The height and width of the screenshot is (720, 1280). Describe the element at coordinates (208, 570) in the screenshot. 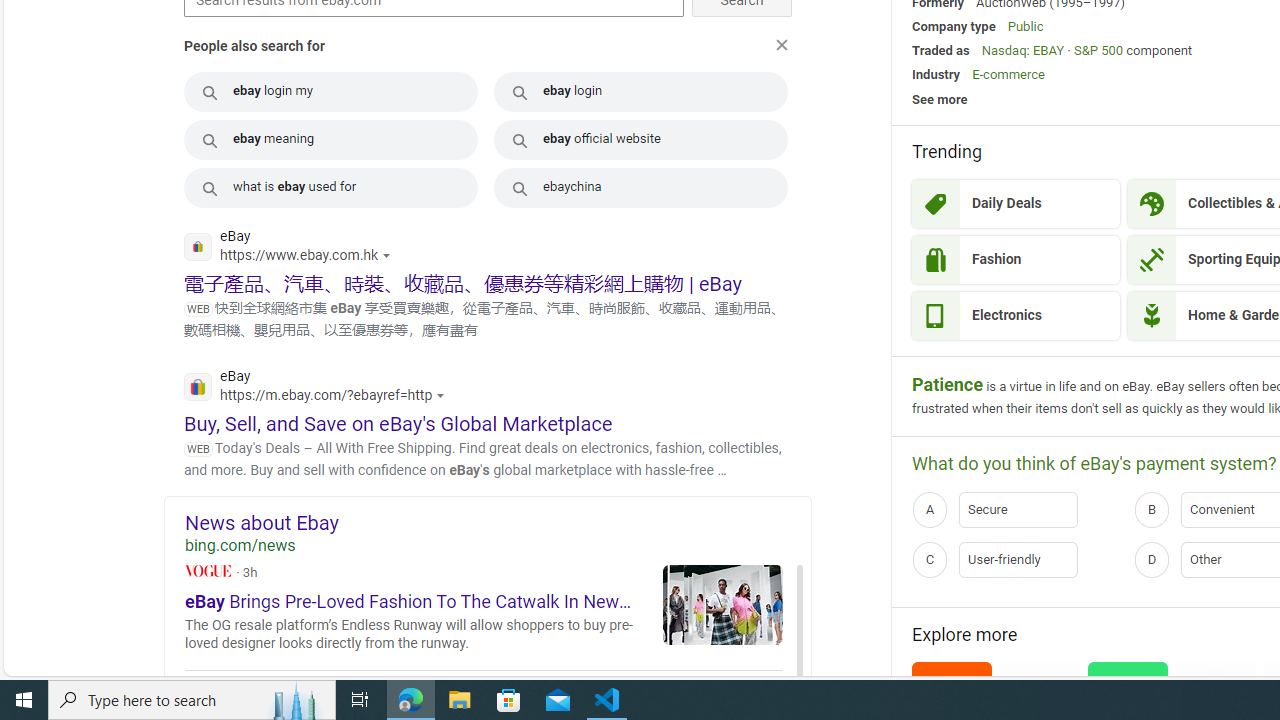

I see `'Vogue'` at that location.